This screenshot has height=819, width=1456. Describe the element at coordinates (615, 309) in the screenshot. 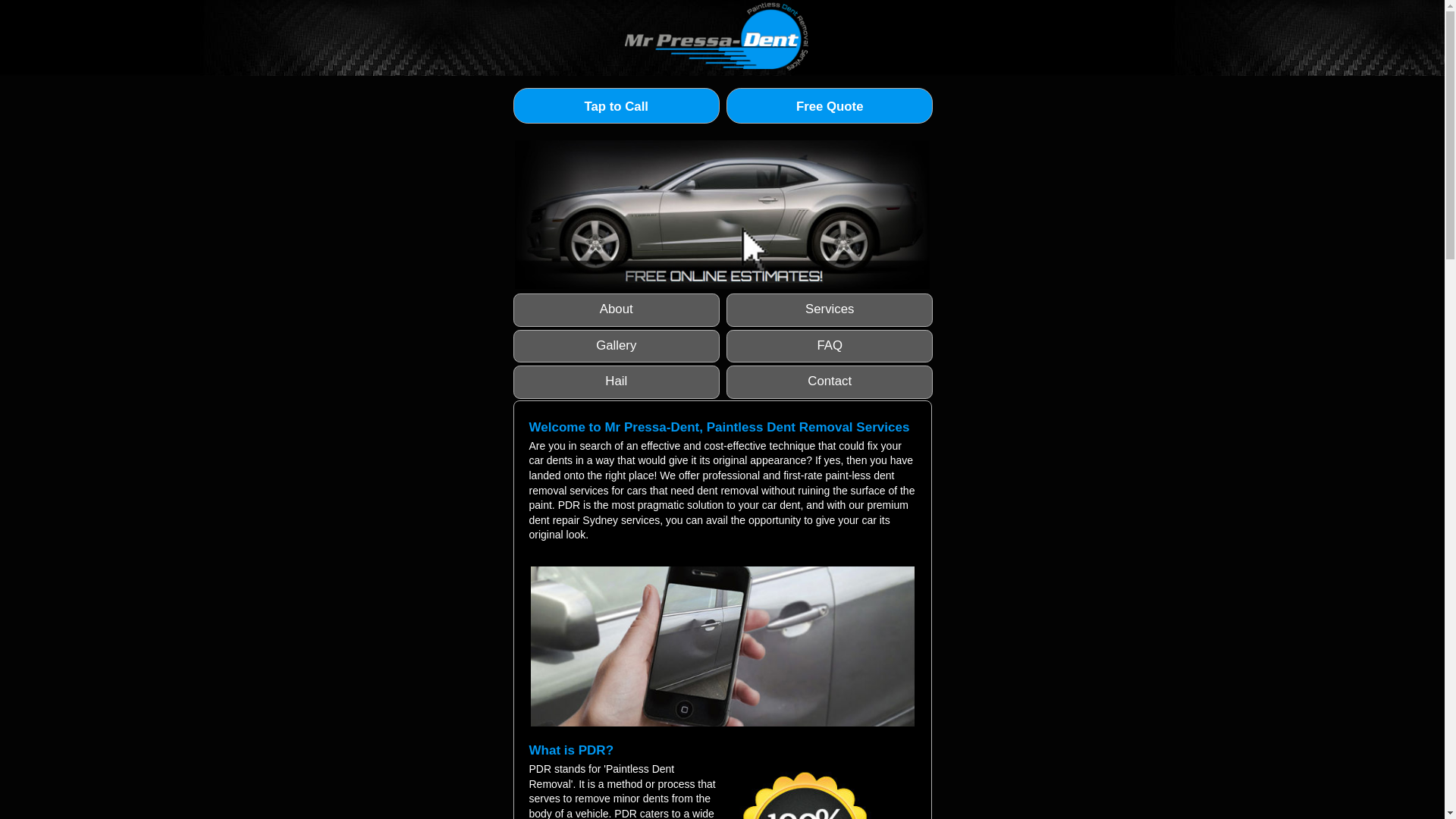

I see `'About'` at that location.